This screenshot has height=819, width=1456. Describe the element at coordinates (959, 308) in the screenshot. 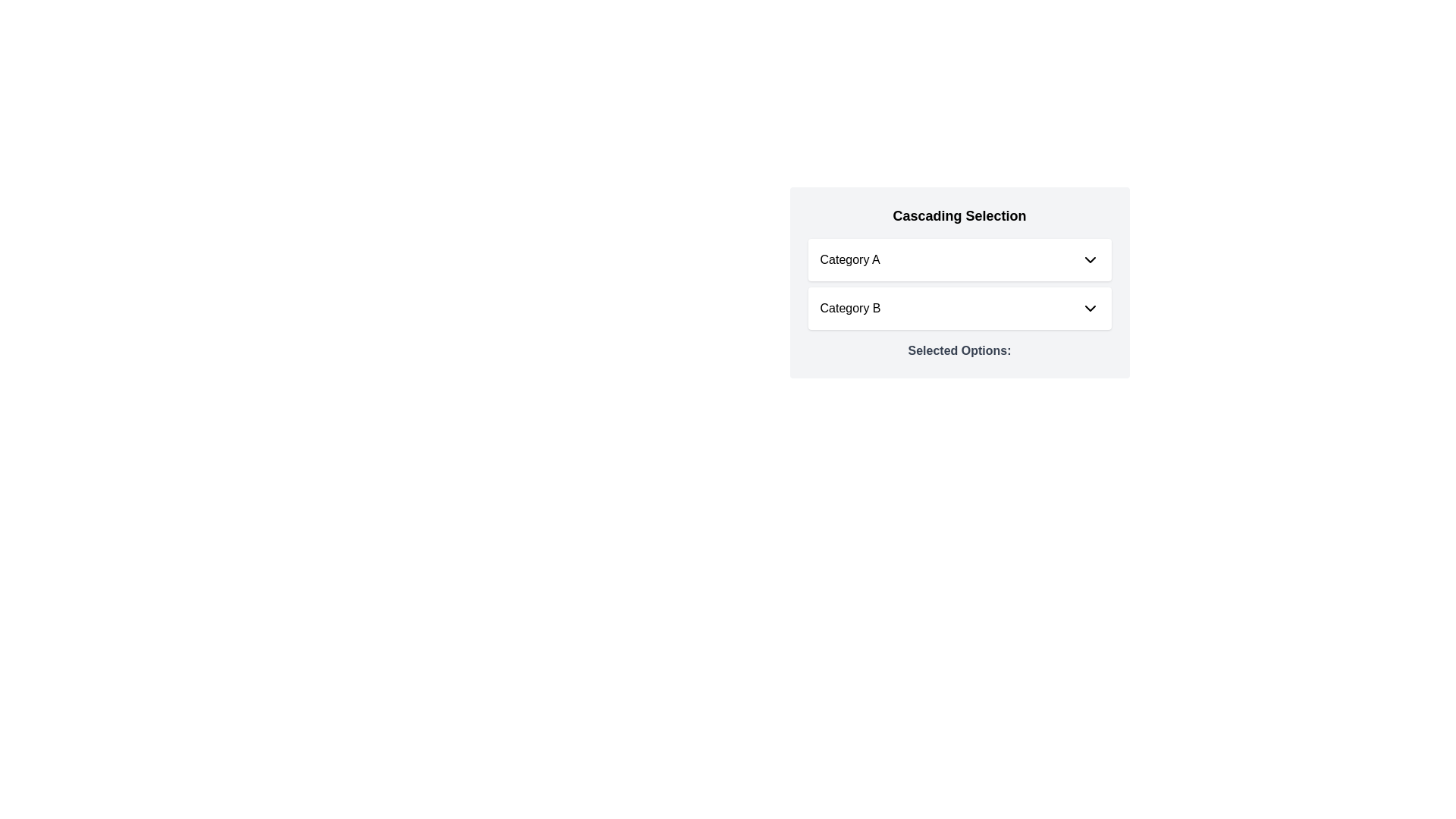

I see `the 'Category B' dropdown menu item` at that location.